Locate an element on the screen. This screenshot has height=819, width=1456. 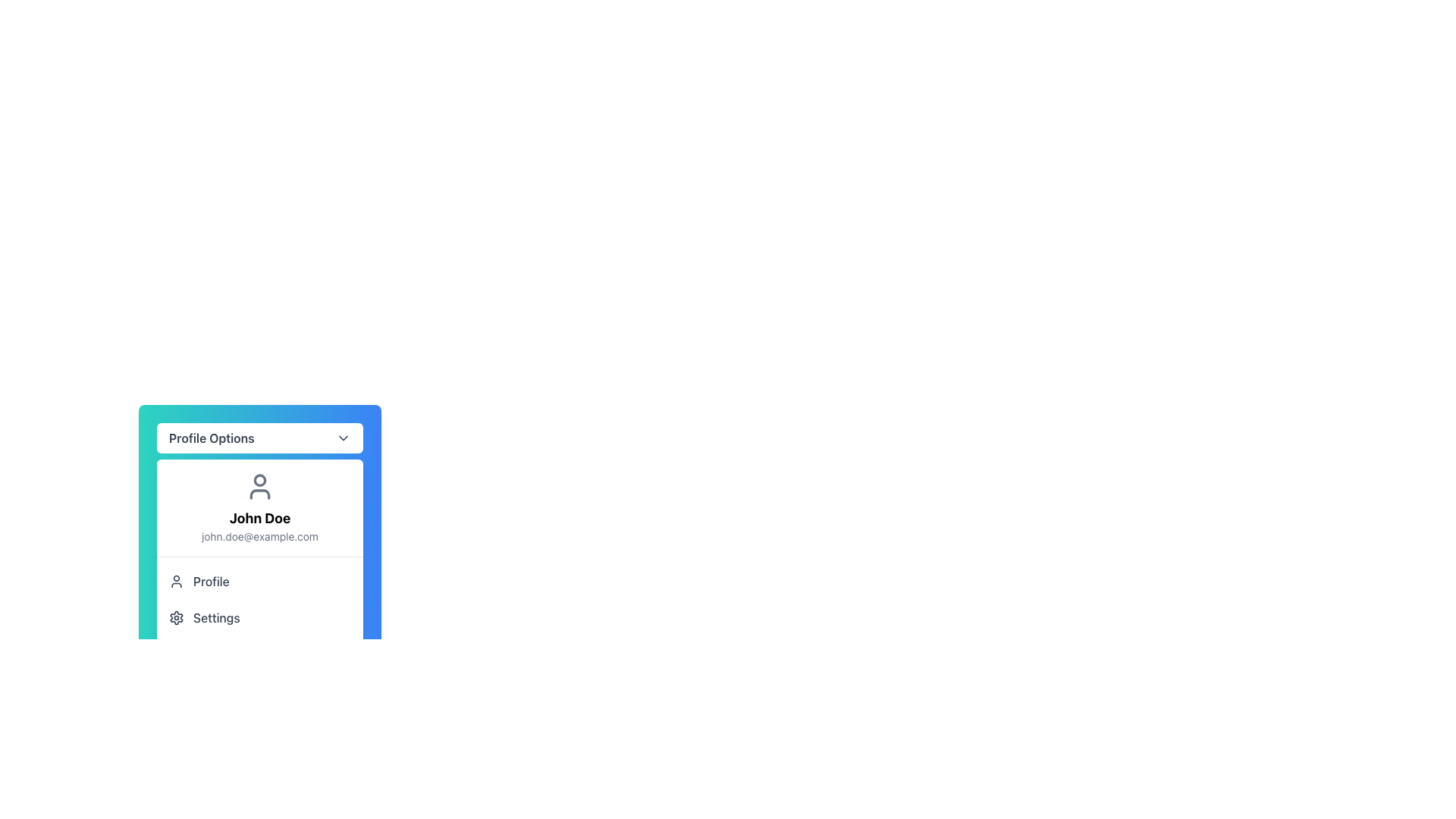
the 'Settings' label located directly below the 'Profile' list item in the dropdown menu is located at coordinates (215, 617).